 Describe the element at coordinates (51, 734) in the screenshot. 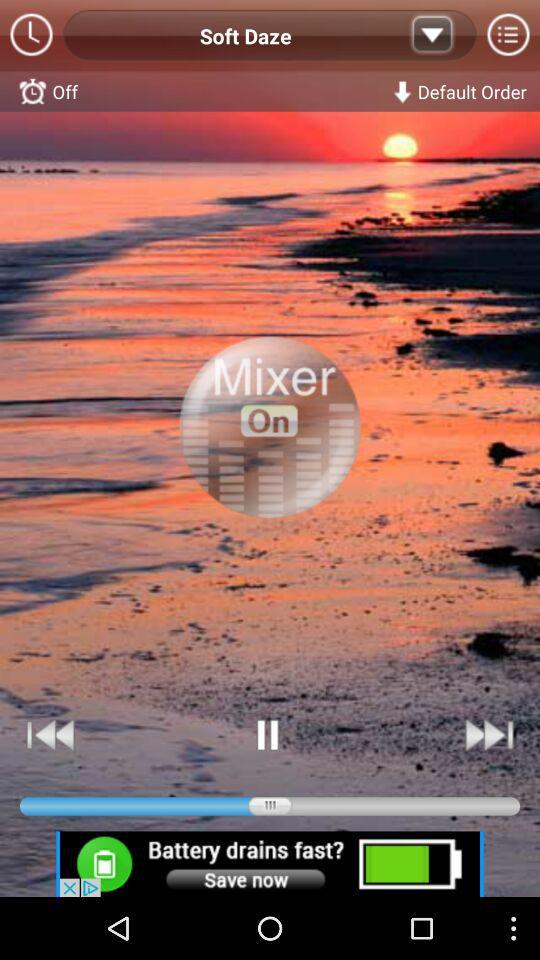

I see `back` at that location.